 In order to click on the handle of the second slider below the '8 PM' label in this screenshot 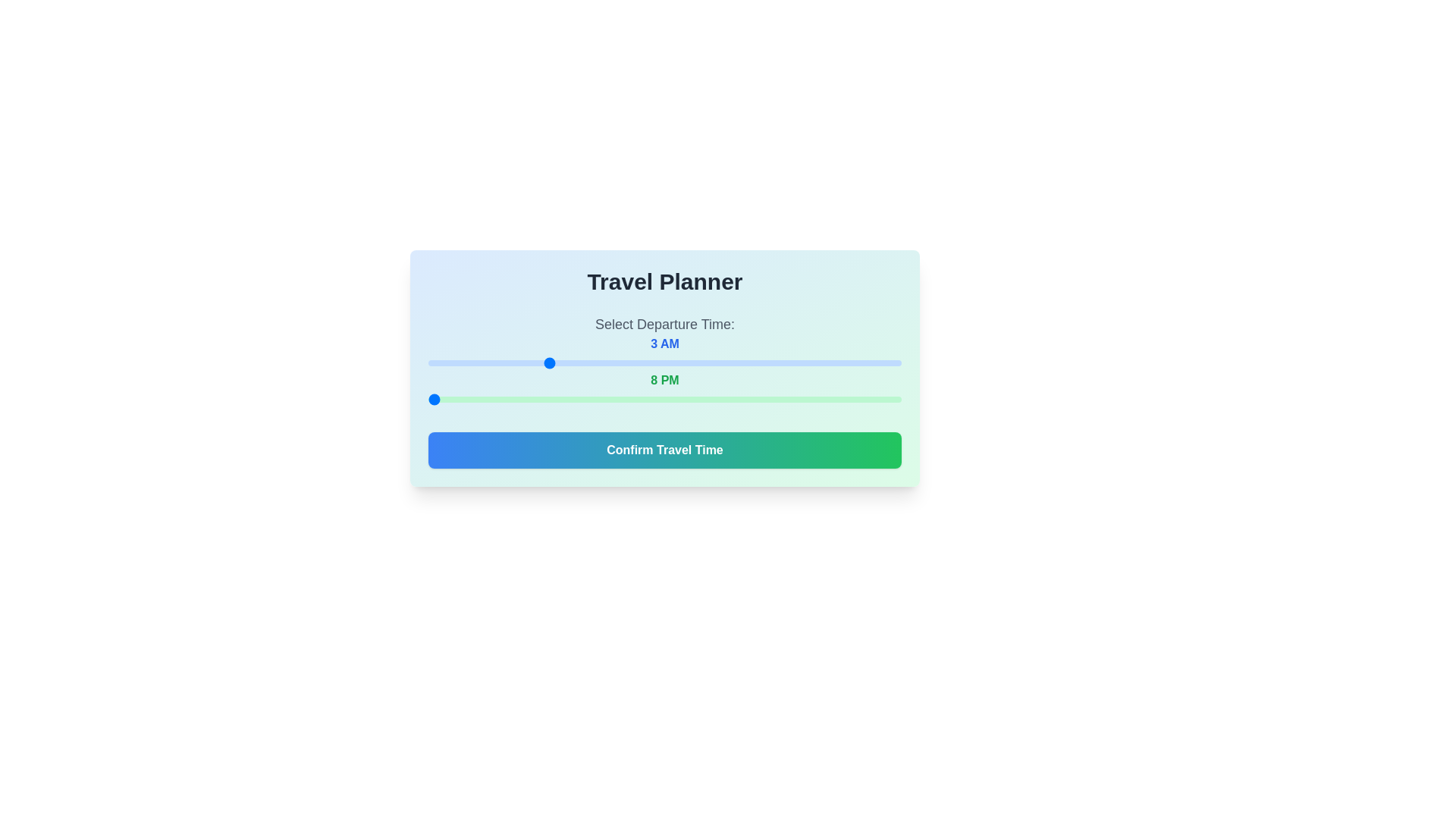, I will do `click(665, 399)`.